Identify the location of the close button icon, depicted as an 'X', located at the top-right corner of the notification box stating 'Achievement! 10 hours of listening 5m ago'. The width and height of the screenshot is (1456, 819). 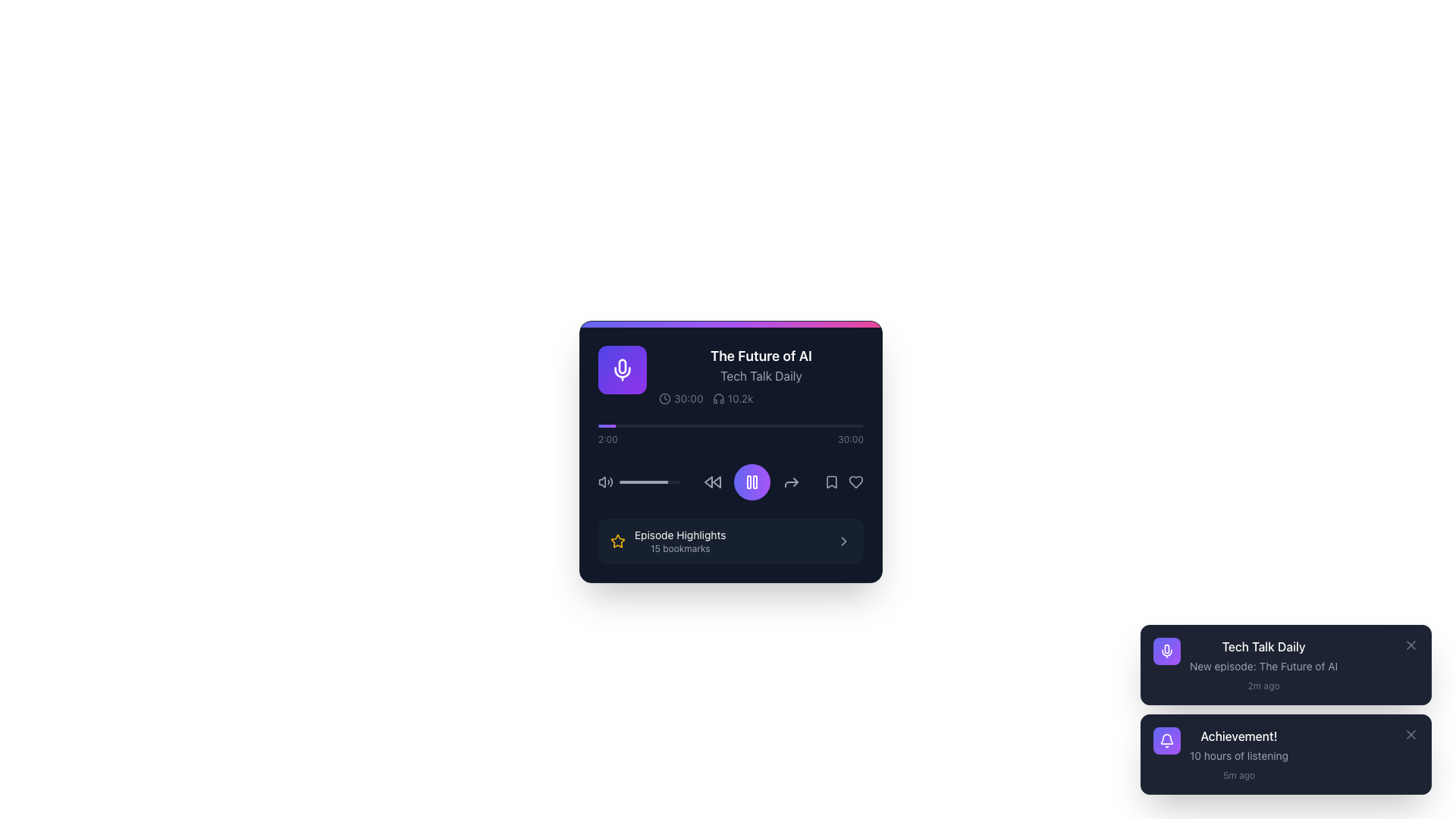
(1410, 733).